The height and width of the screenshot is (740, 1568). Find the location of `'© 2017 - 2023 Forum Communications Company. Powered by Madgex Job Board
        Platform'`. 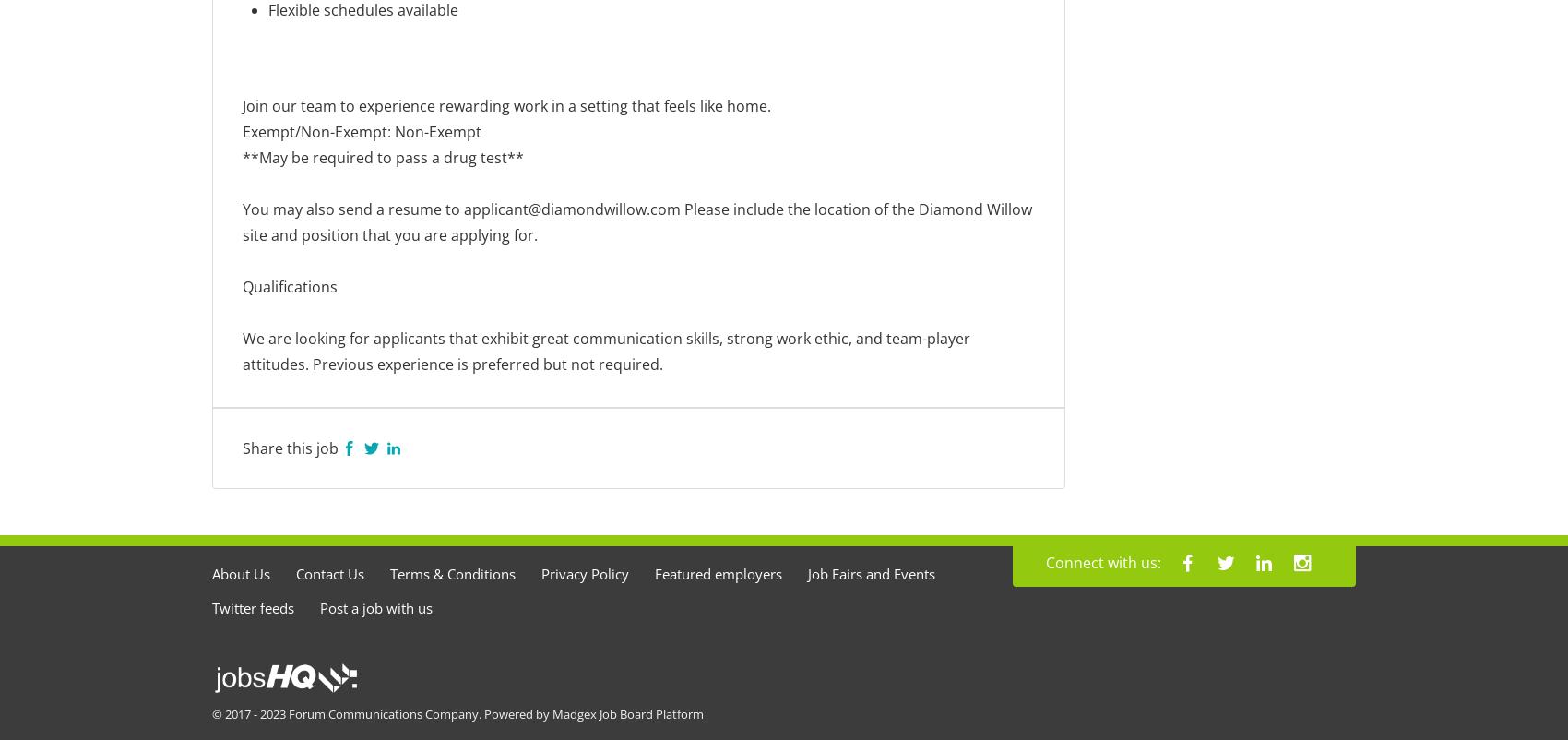

'© 2017 - 2023 Forum Communications Company. Powered by Madgex Job Board
        Platform' is located at coordinates (457, 711).